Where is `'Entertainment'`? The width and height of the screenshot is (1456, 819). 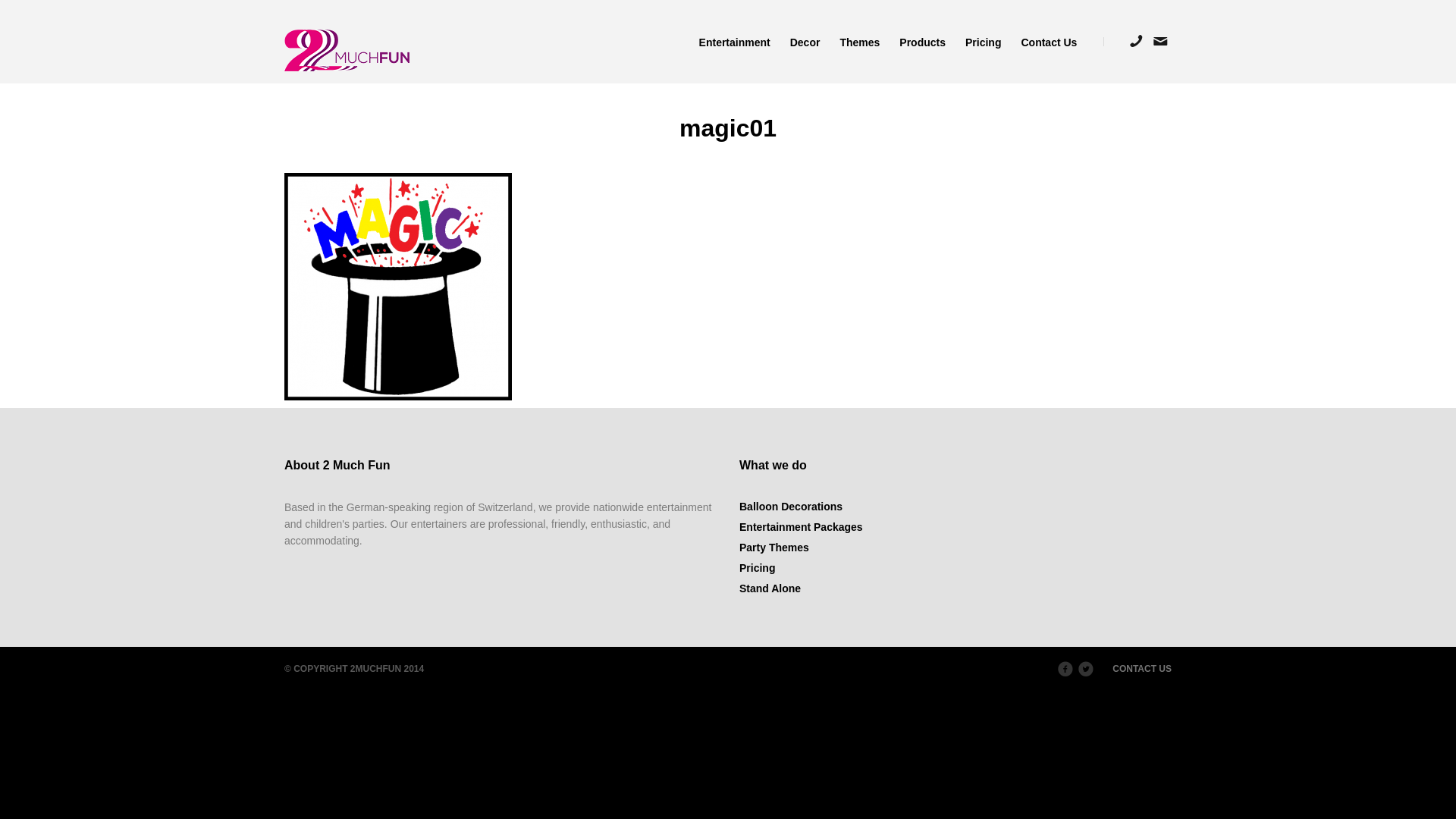 'Entertainment' is located at coordinates (735, 40).